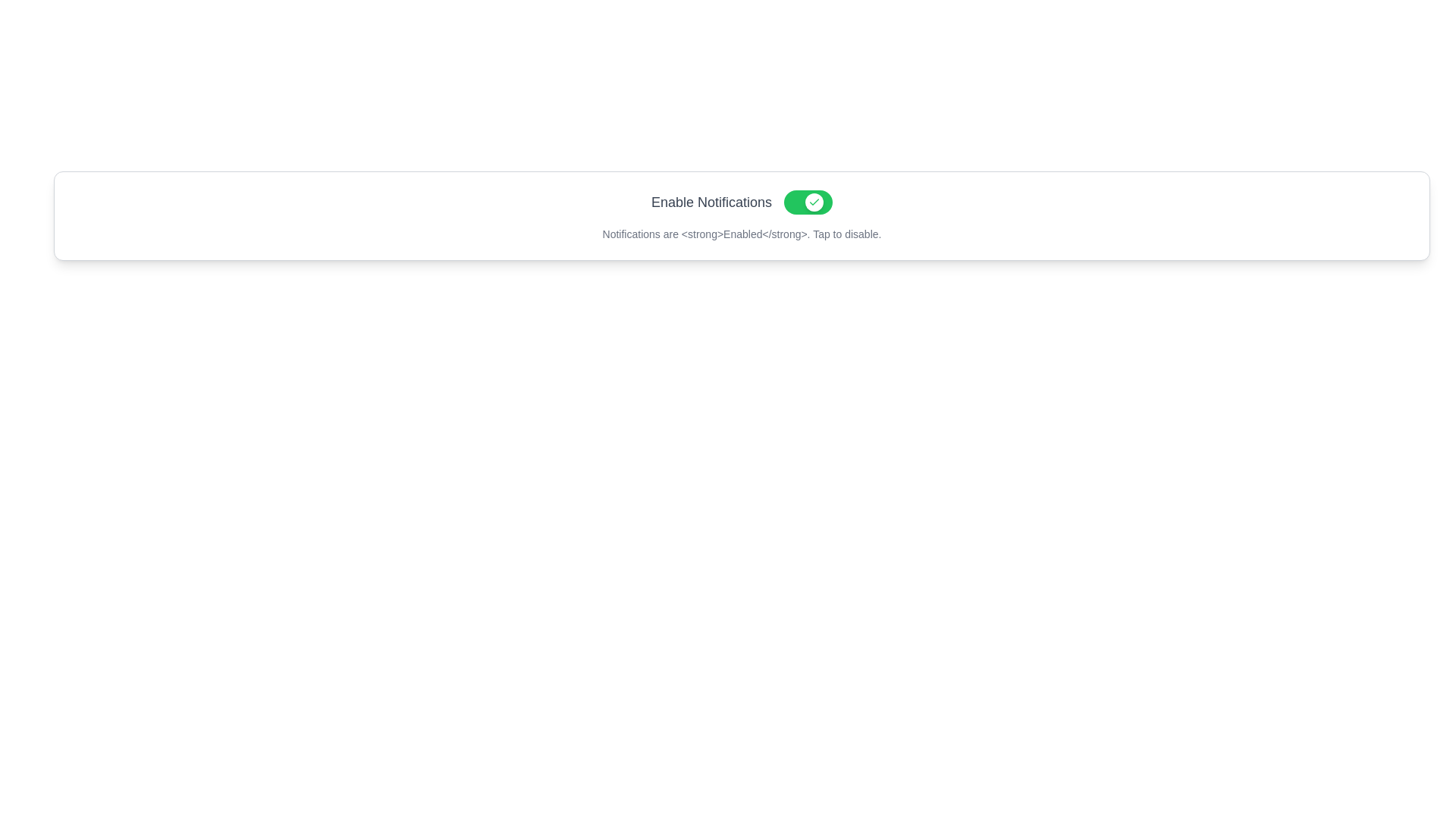 The width and height of the screenshot is (1456, 819). I want to click on the checkmark icon within the green toggle switch indicating the 'enabled' state for 'Enable Notifications', so click(814, 201).